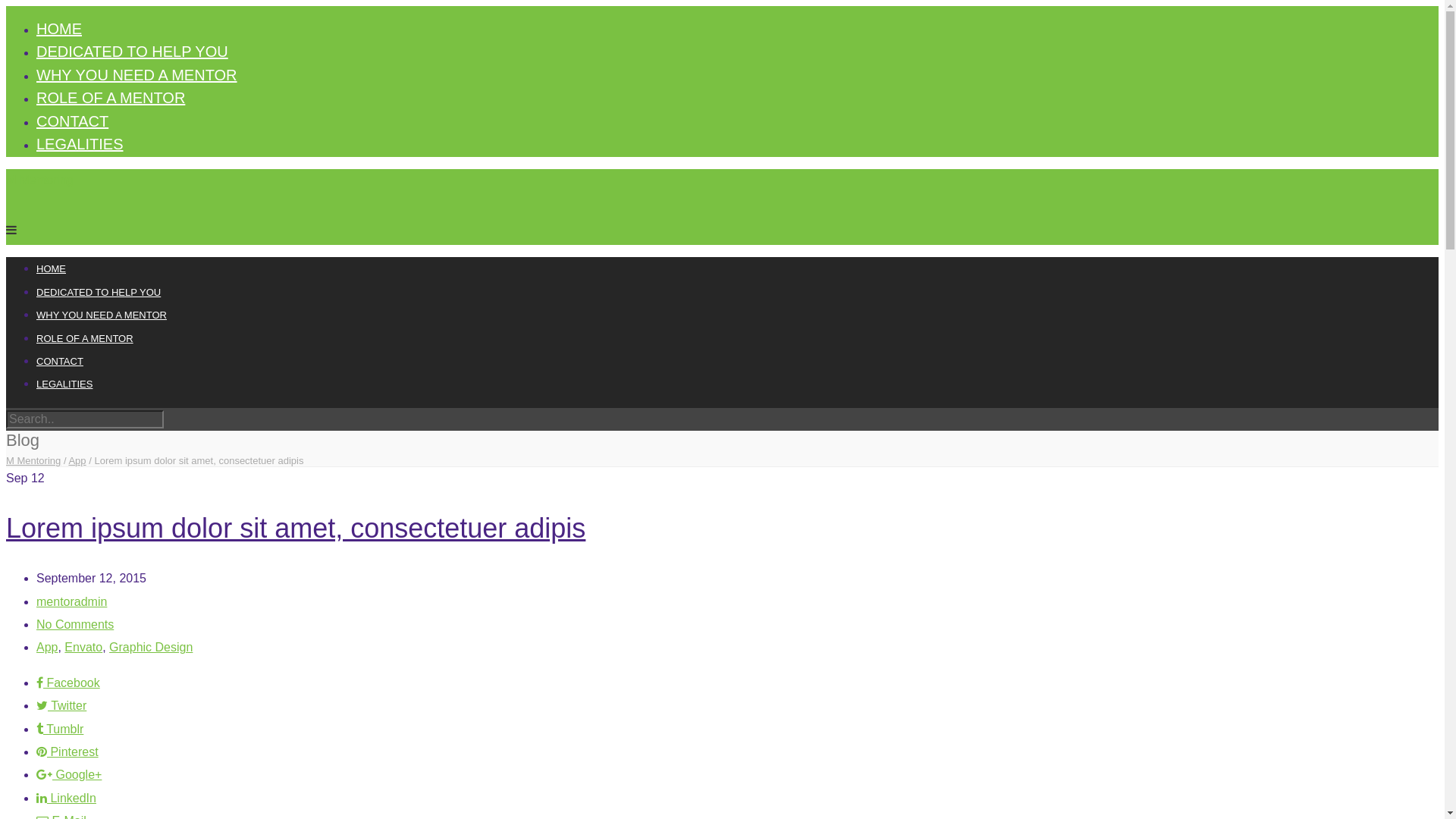 This screenshot has height=819, width=1456. I want to click on 'LinkedIn', so click(65, 797).